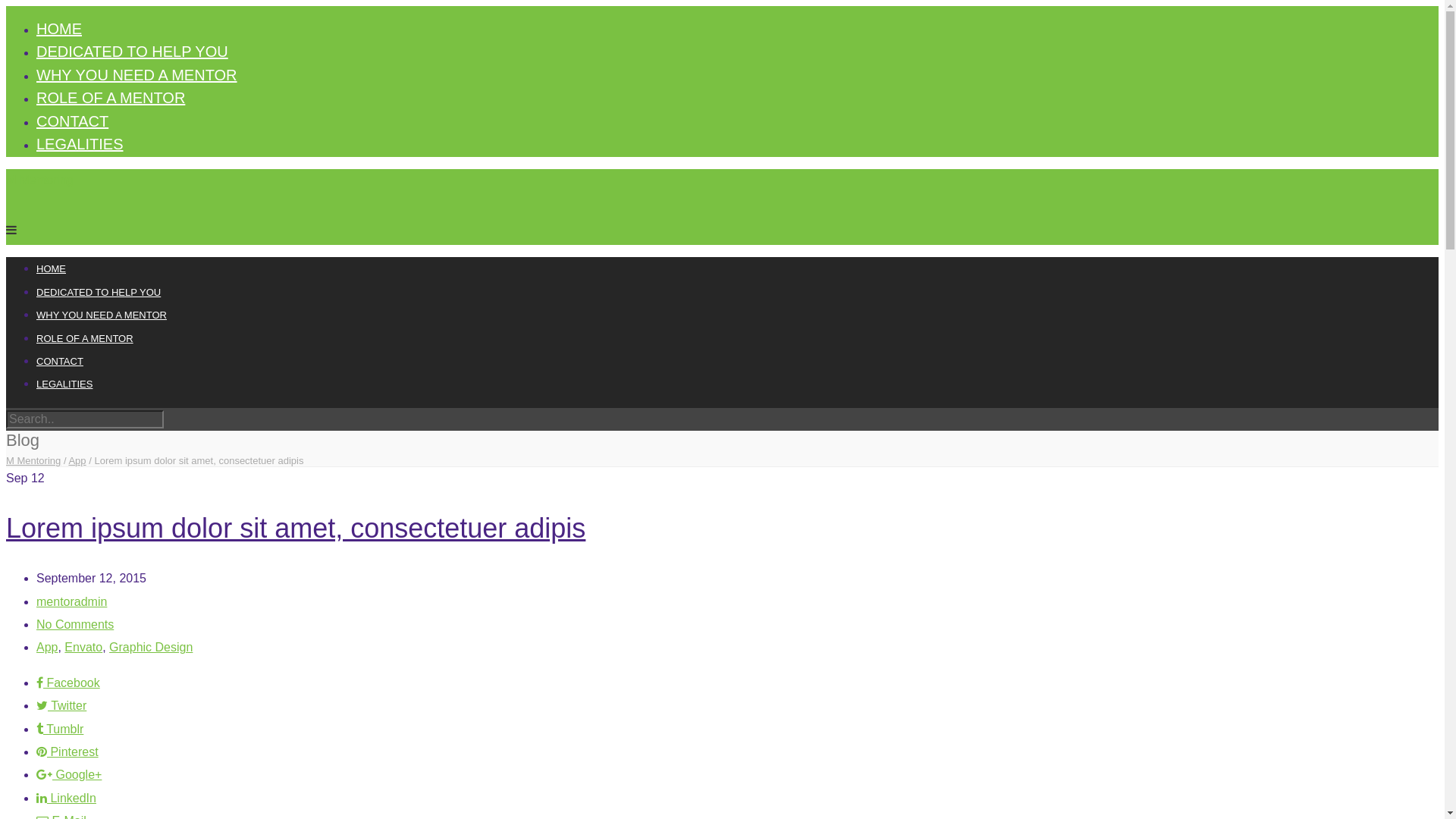 This screenshot has height=819, width=1456. I want to click on 'LinkedIn', so click(65, 797).